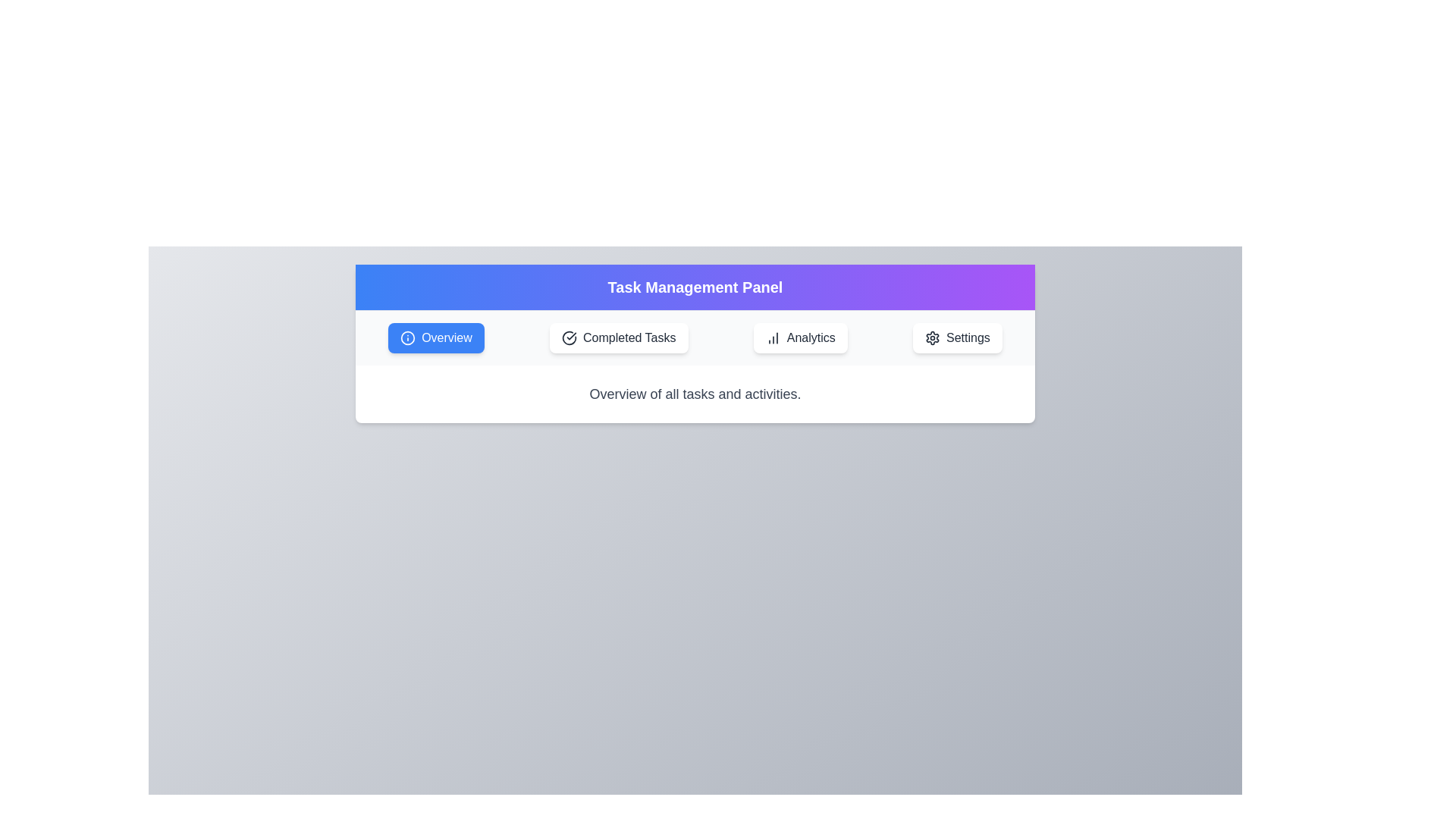 This screenshot has width=1456, height=819. Describe the element at coordinates (694, 394) in the screenshot. I see `the descriptive text element that provides an overview of tasks, positioned below the navigation panel buttons and horizontally centered` at that location.